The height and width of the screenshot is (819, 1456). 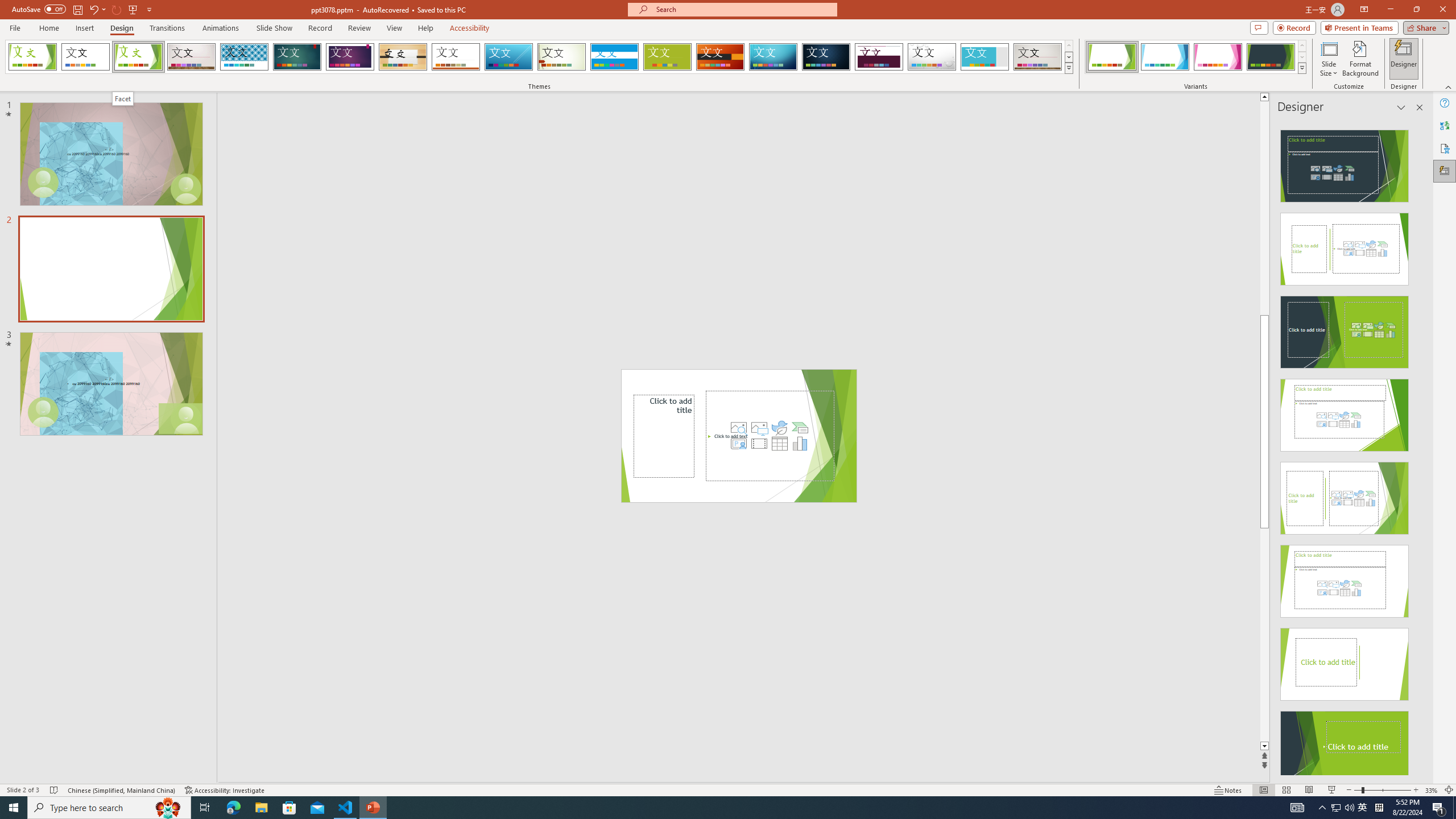 What do you see at coordinates (539, 56) in the screenshot?
I see `'AutomationID: SlideThemesGallery'` at bounding box center [539, 56].